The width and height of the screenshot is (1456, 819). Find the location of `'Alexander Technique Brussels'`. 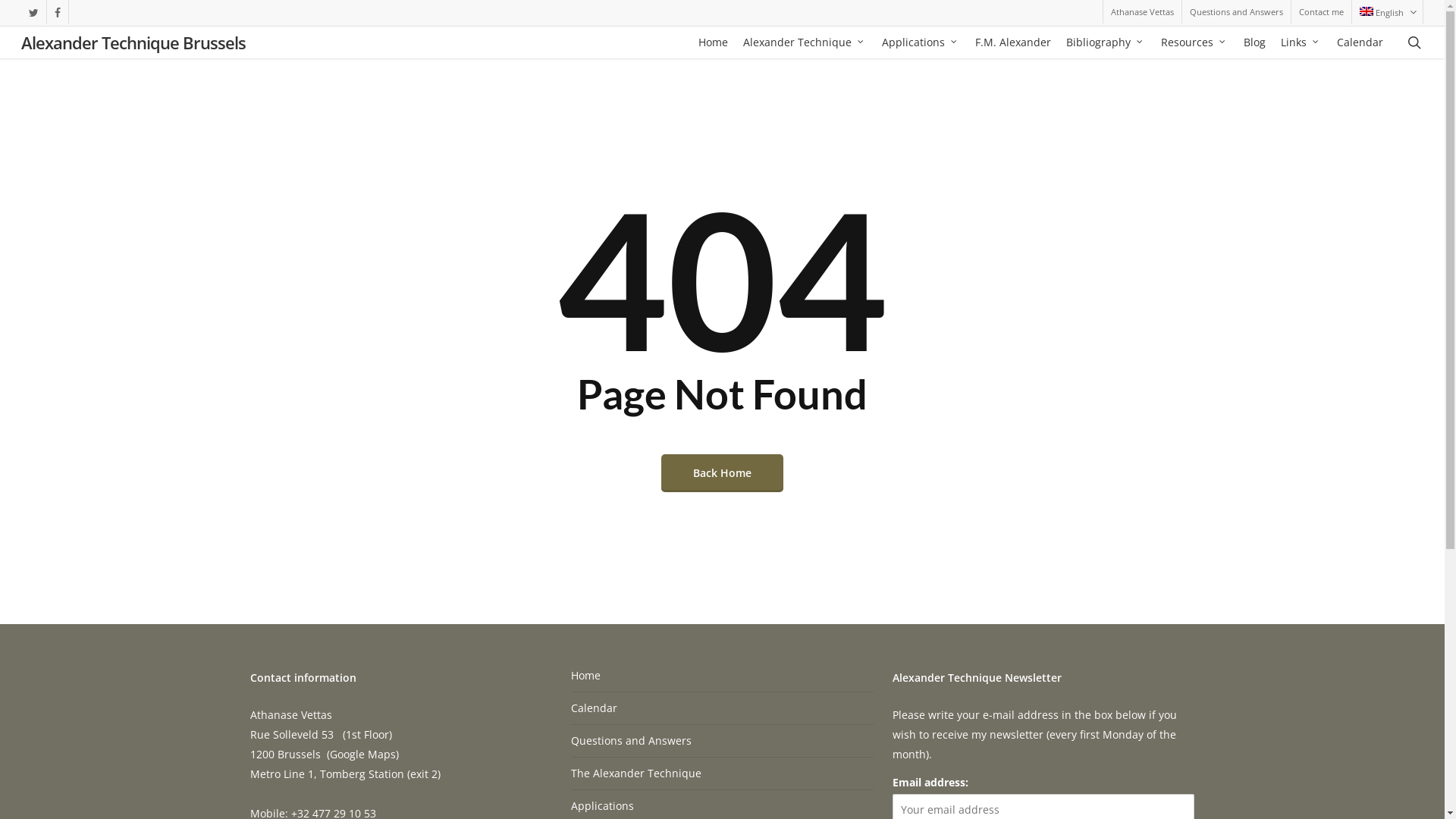

'Alexander Technique Brussels' is located at coordinates (133, 42).